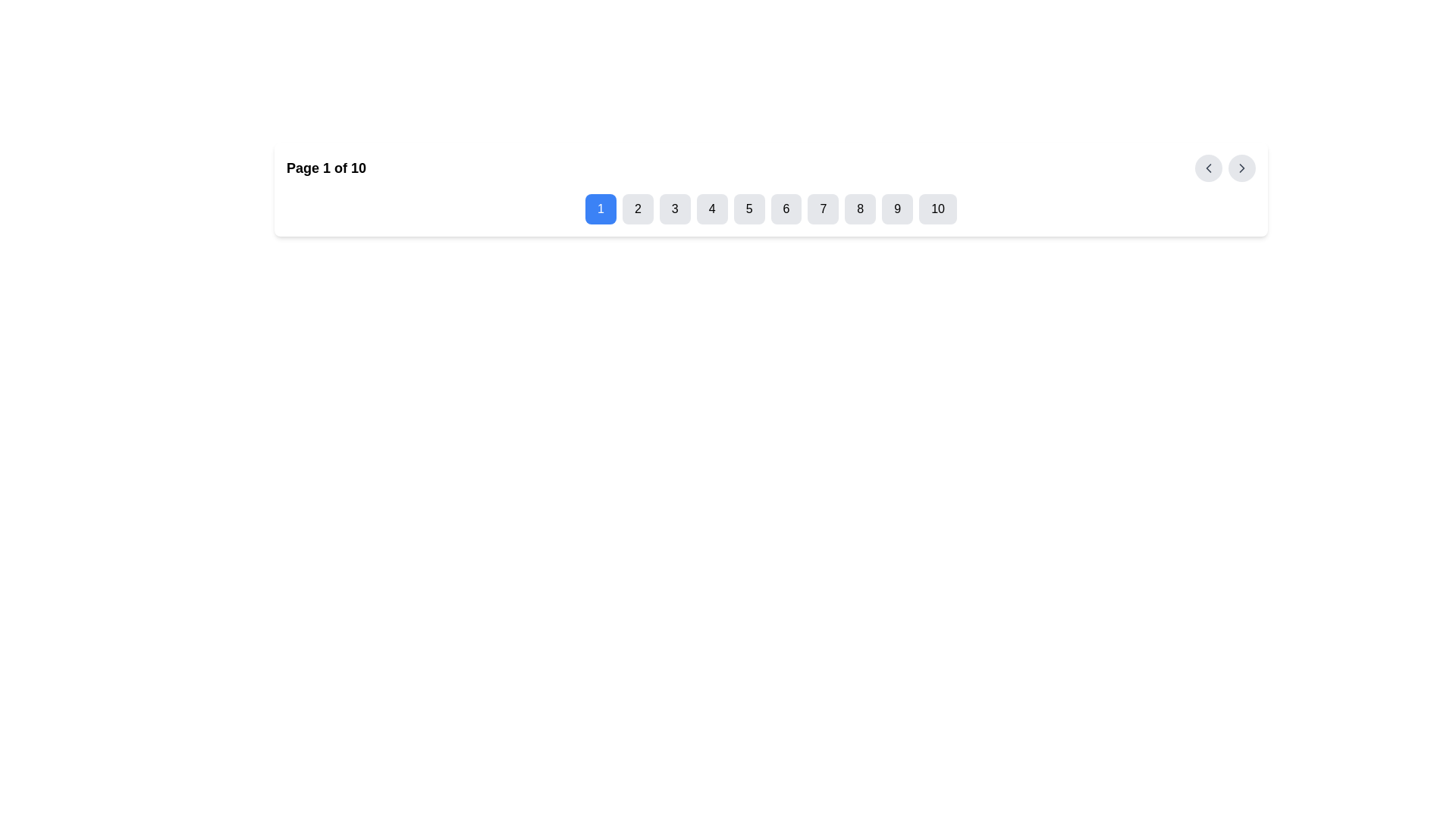  Describe the element at coordinates (1207, 168) in the screenshot. I see `the circular button with a light gray background and a left-facing chevron icon` at that location.